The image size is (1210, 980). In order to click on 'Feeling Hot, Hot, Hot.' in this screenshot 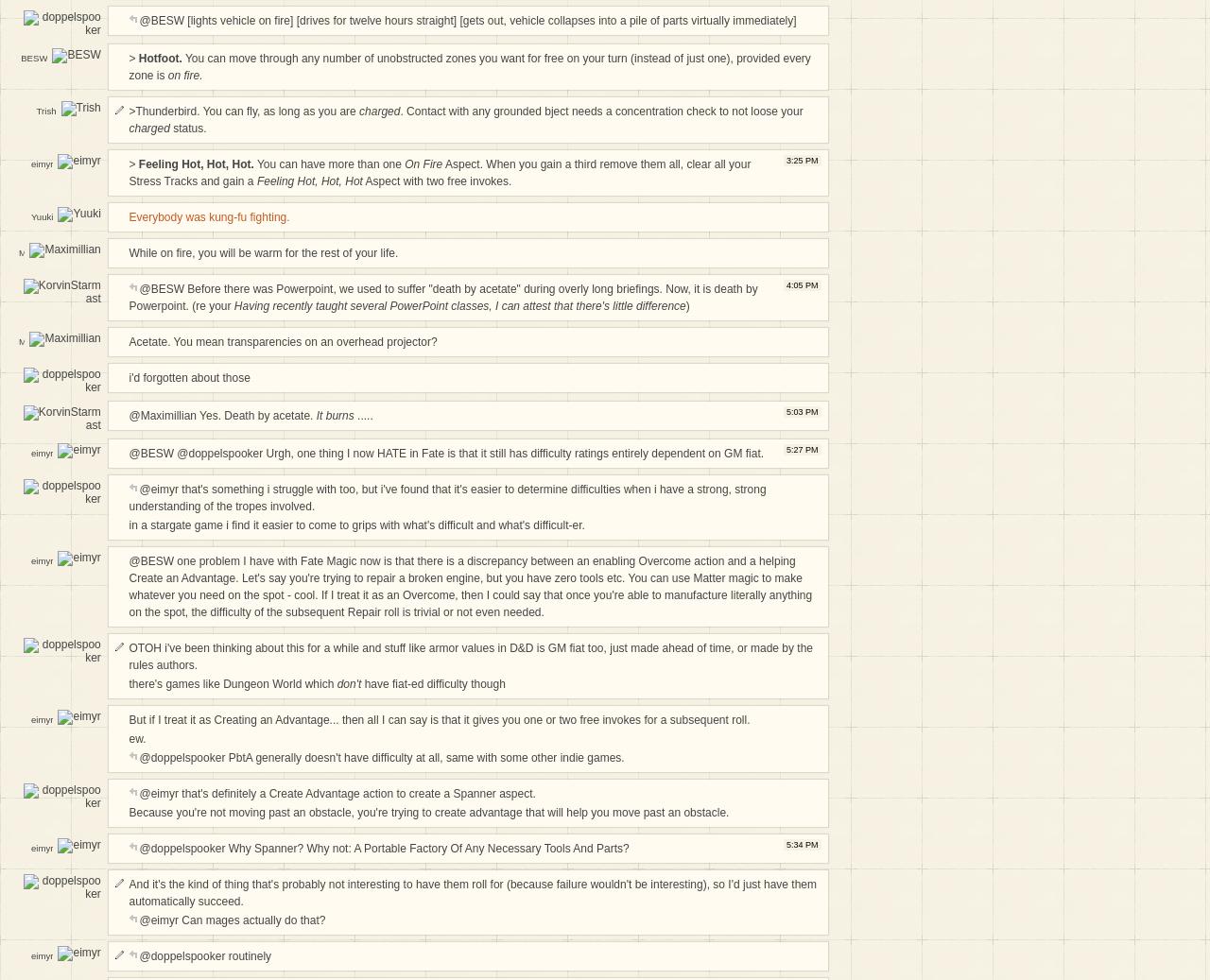, I will do `click(195, 163)`.